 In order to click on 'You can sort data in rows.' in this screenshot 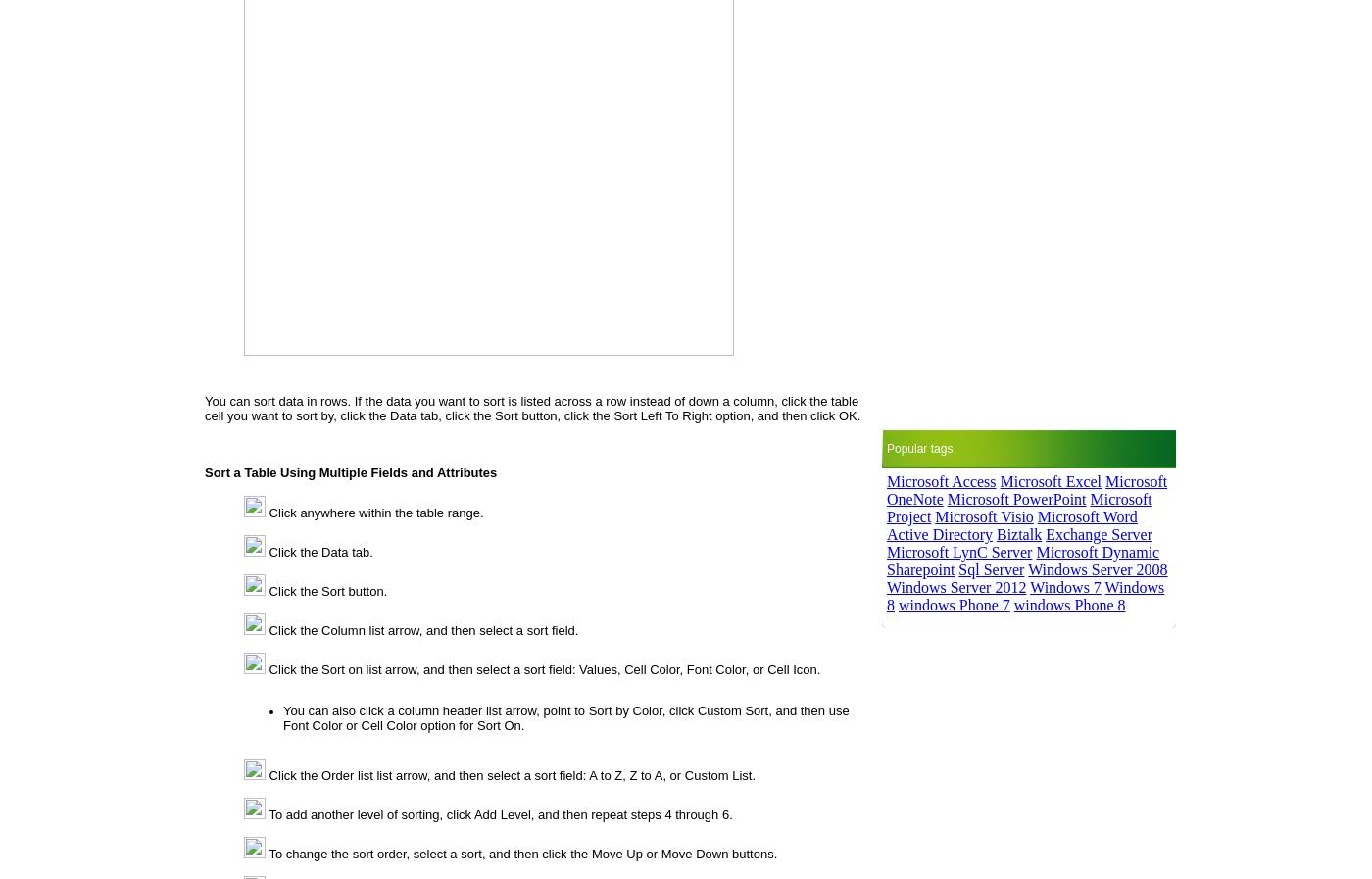, I will do `click(277, 399)`.